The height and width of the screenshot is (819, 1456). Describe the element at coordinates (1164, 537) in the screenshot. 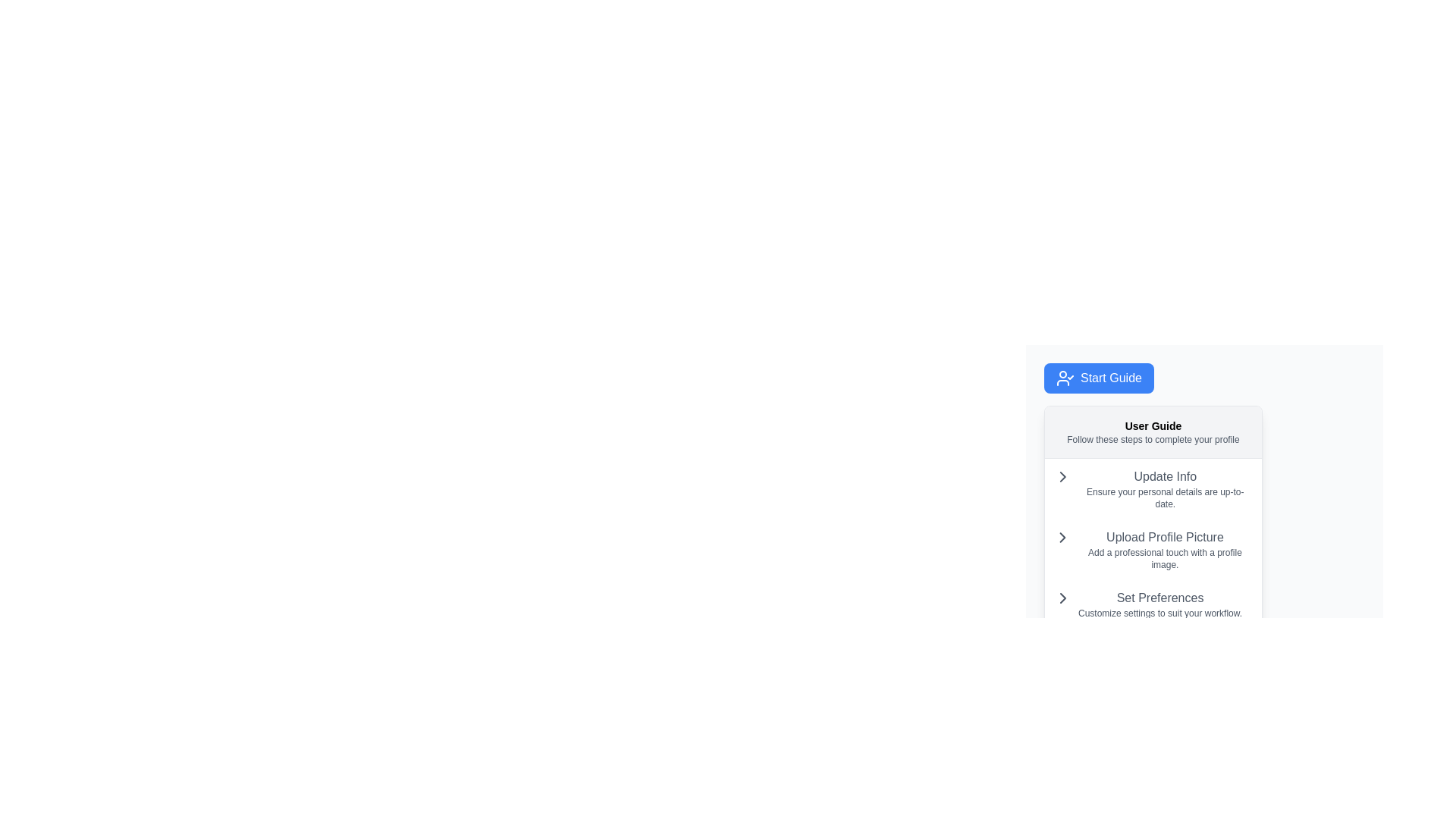

I see `the text label that provides a title for the section regarding uploading a profile picture, which is located below the 'Update Info' heading` at that location.